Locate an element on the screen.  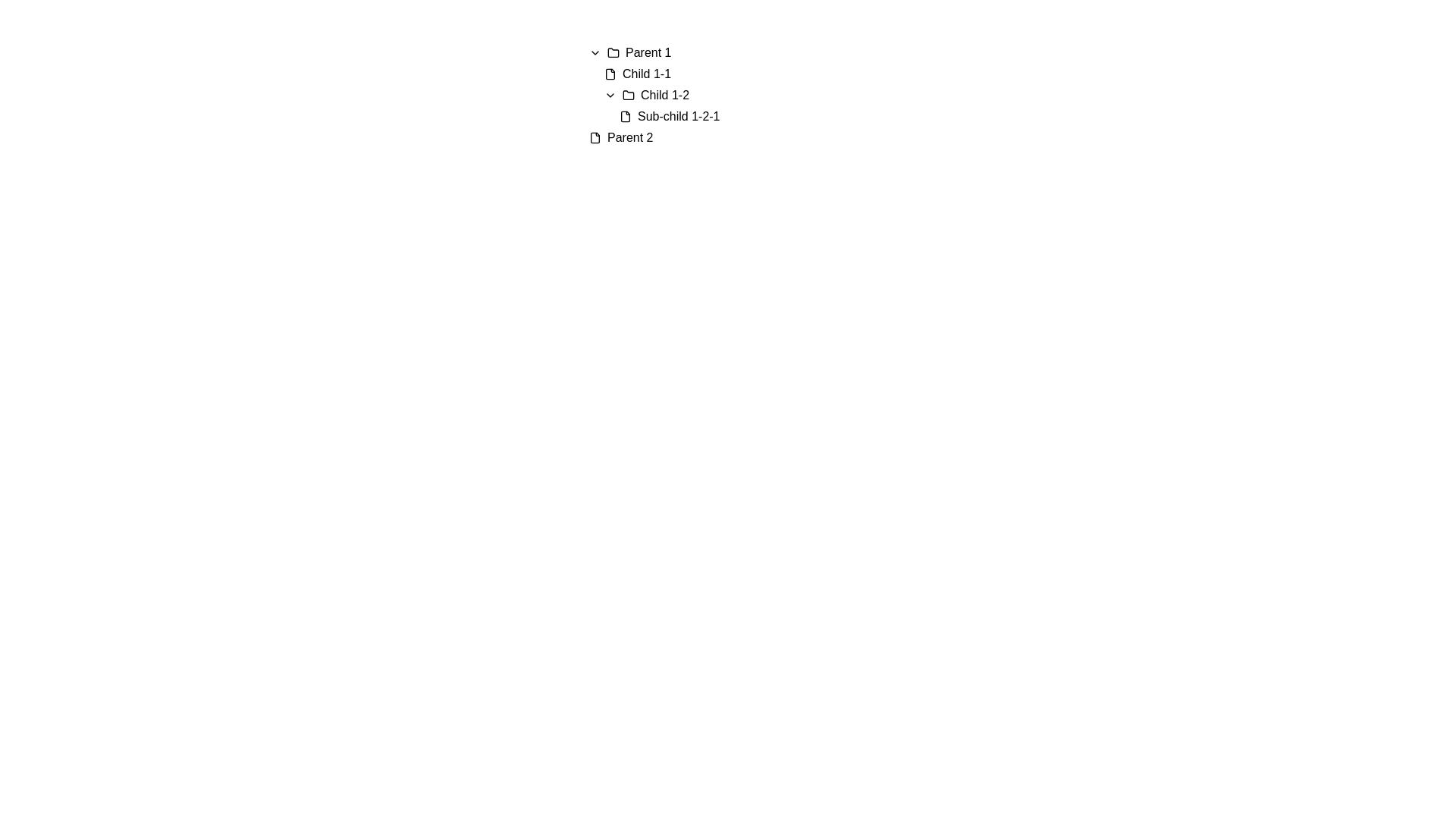
the file icon component, which is styled as a document with a folded corner at the top-right, and is the first part of its composite SVG element is located at coordinates (626, 116).